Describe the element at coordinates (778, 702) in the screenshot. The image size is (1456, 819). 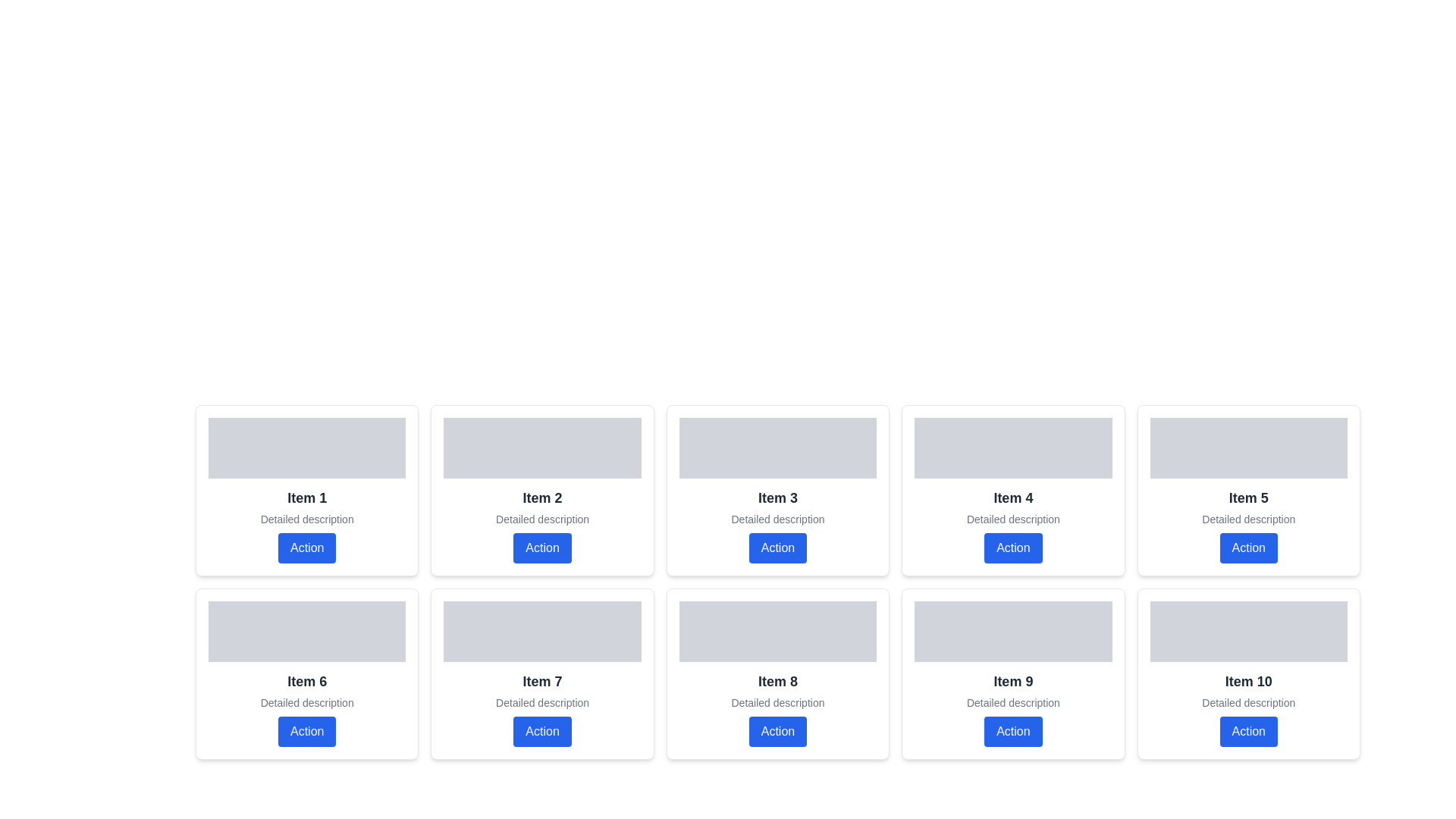
I see `the informative Text Label located within the card labeled 'Item 8', which is positioned centrally in the second row of a grid layout, immediately below the title 'Item 8' and above the 'Action' button` at that location.